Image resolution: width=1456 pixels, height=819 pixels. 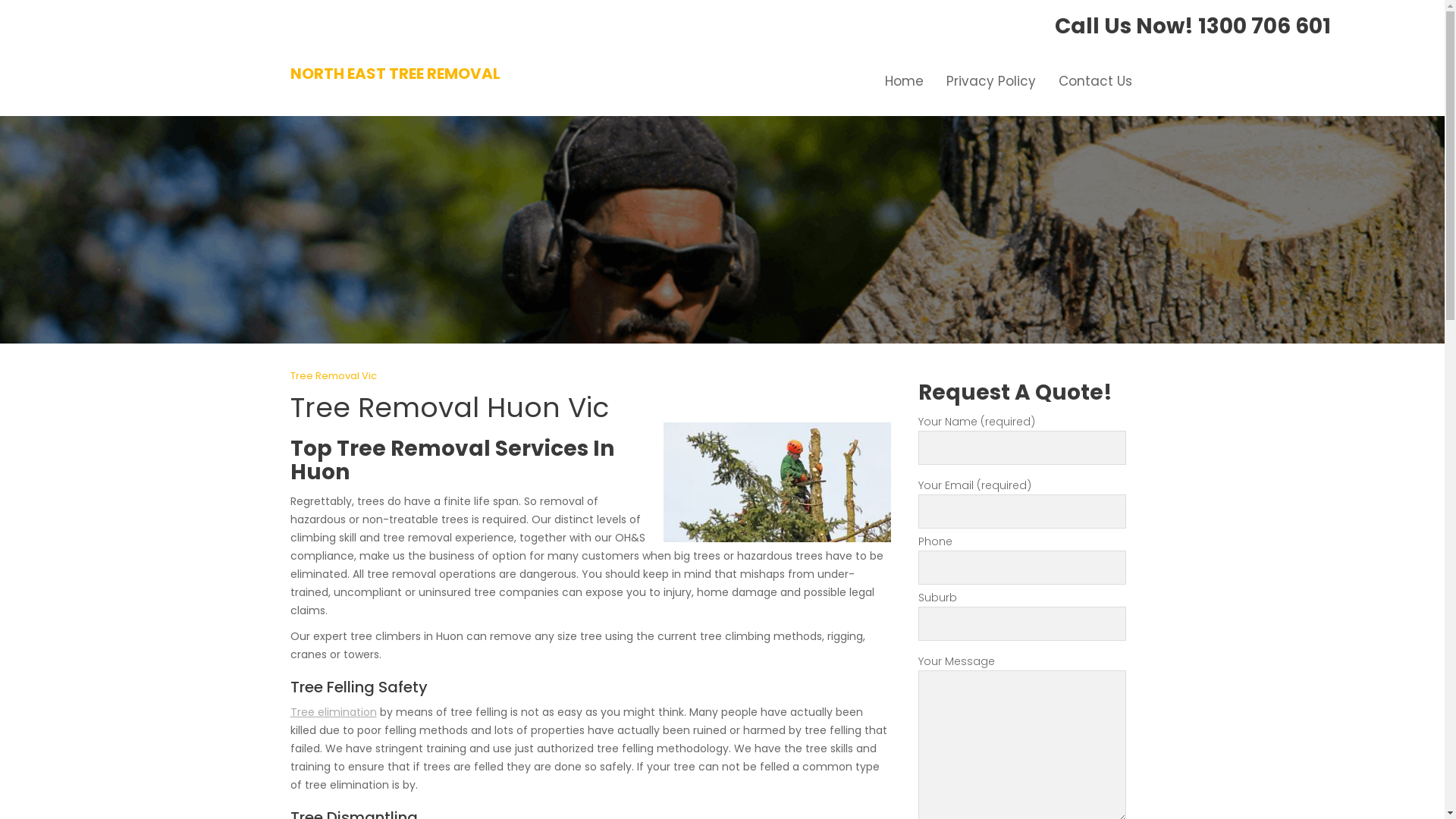 What do you see at coordinates (394, 73) in the screenshot?
I see `'NORTH EAST TREE REMOVAL'` at bounding box center [394, 73].